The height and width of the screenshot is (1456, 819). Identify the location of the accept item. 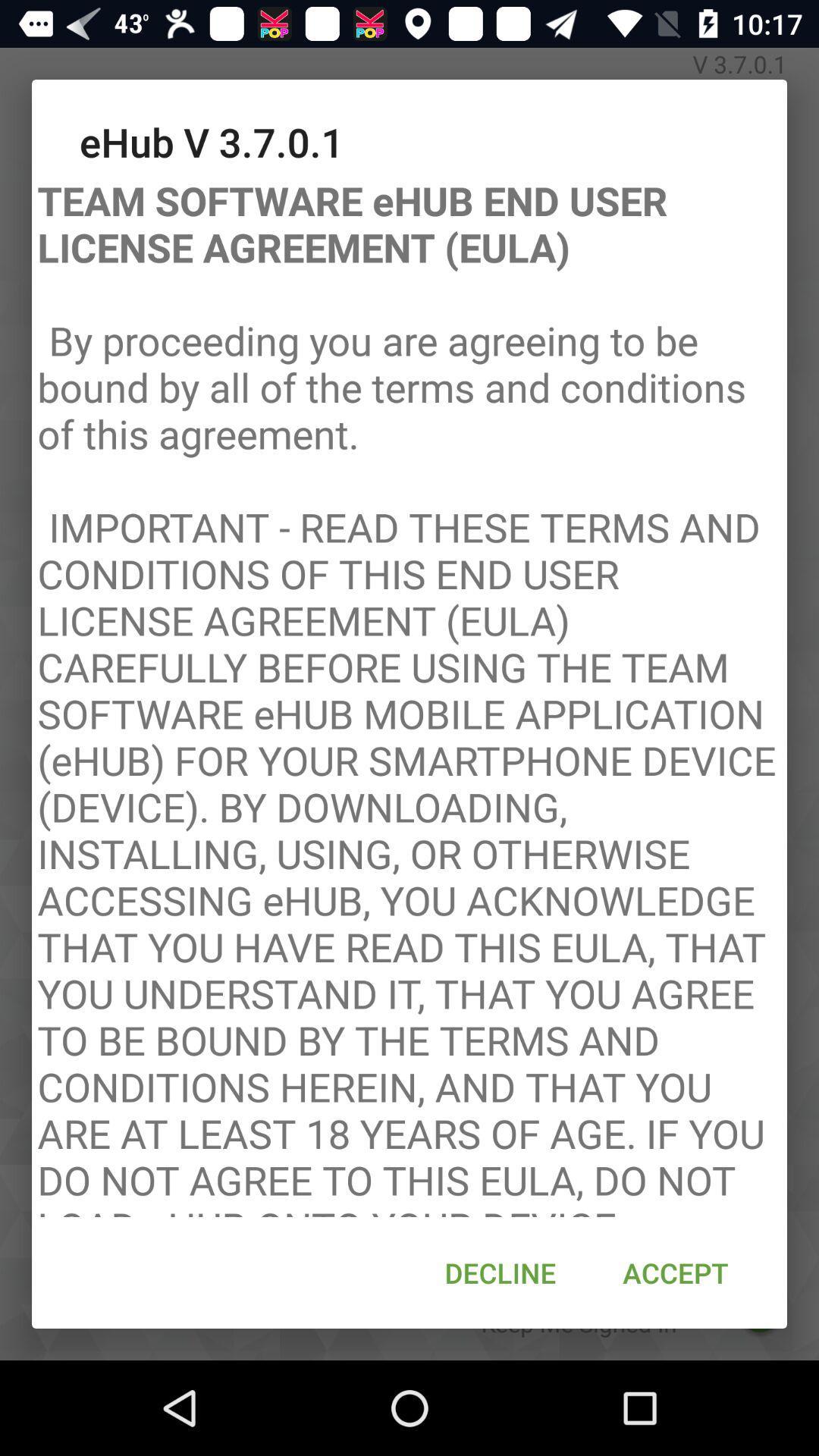
(675, 1272).